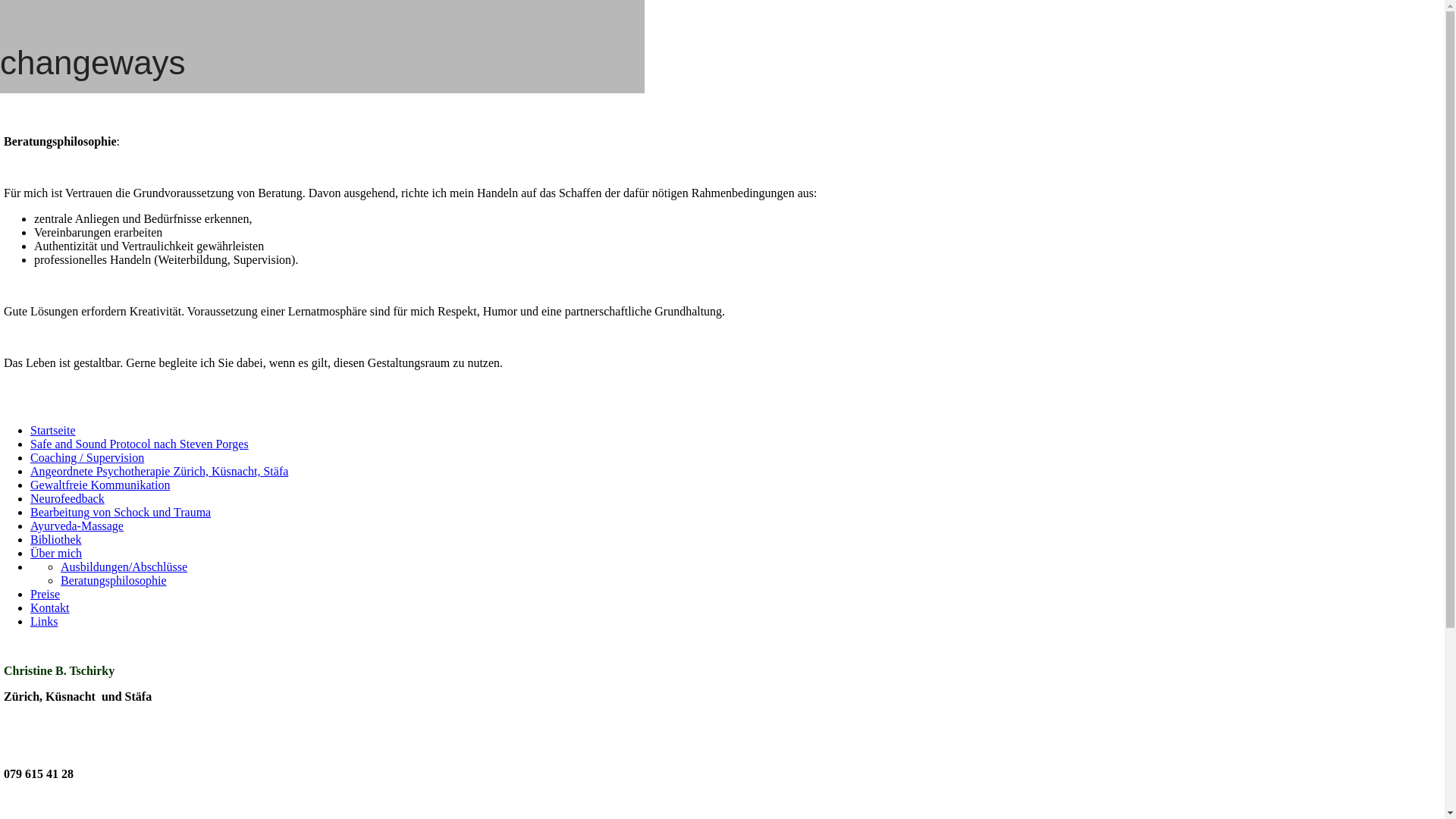 This screenshot has width=1456, height=819. I want to click on 'Neurofeedback', so click(30, 498).